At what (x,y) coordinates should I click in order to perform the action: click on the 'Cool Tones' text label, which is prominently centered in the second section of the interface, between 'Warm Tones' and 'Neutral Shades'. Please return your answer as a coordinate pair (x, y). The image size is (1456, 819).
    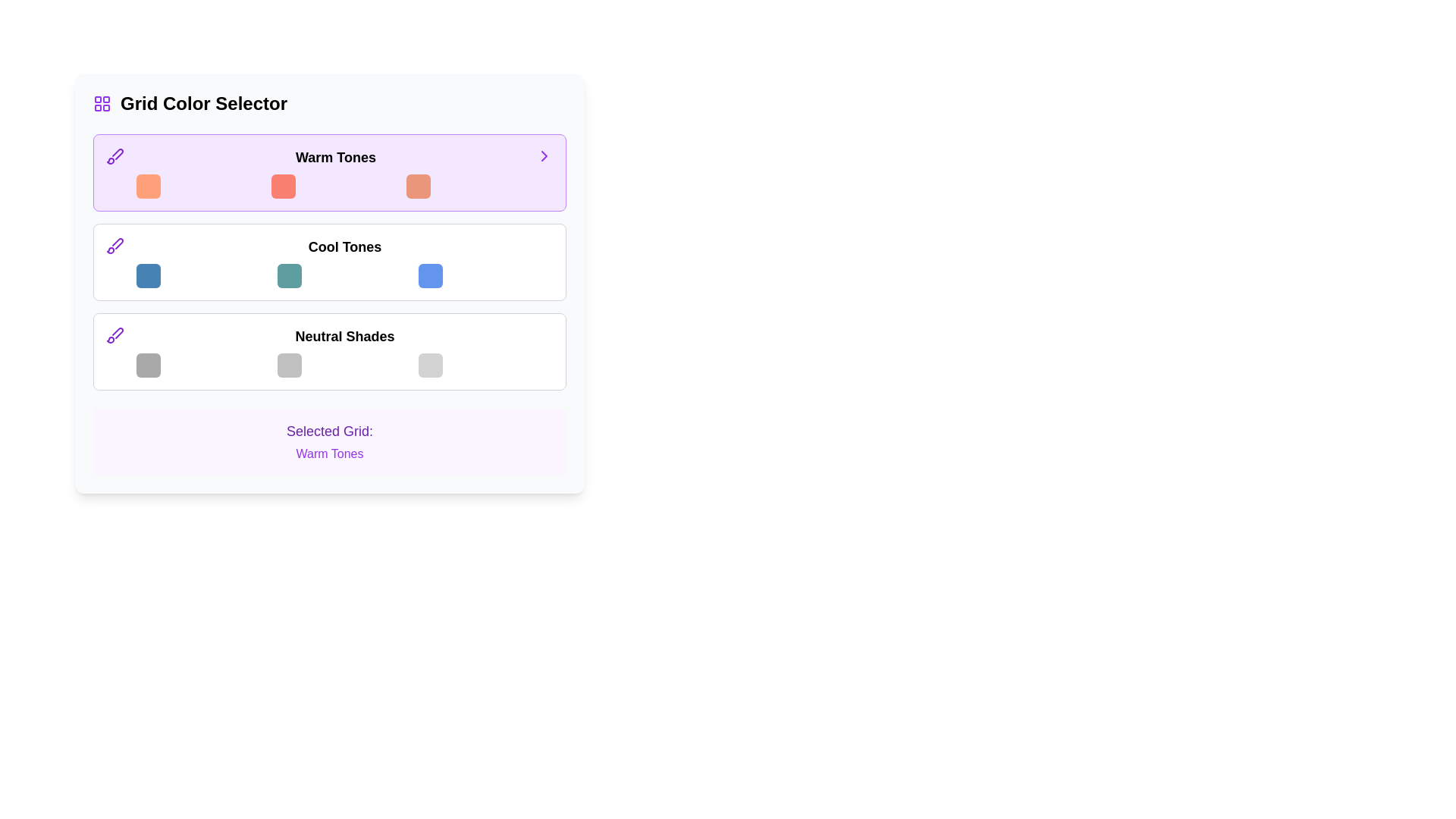
    Looking at the image, I should click on (344, 246).